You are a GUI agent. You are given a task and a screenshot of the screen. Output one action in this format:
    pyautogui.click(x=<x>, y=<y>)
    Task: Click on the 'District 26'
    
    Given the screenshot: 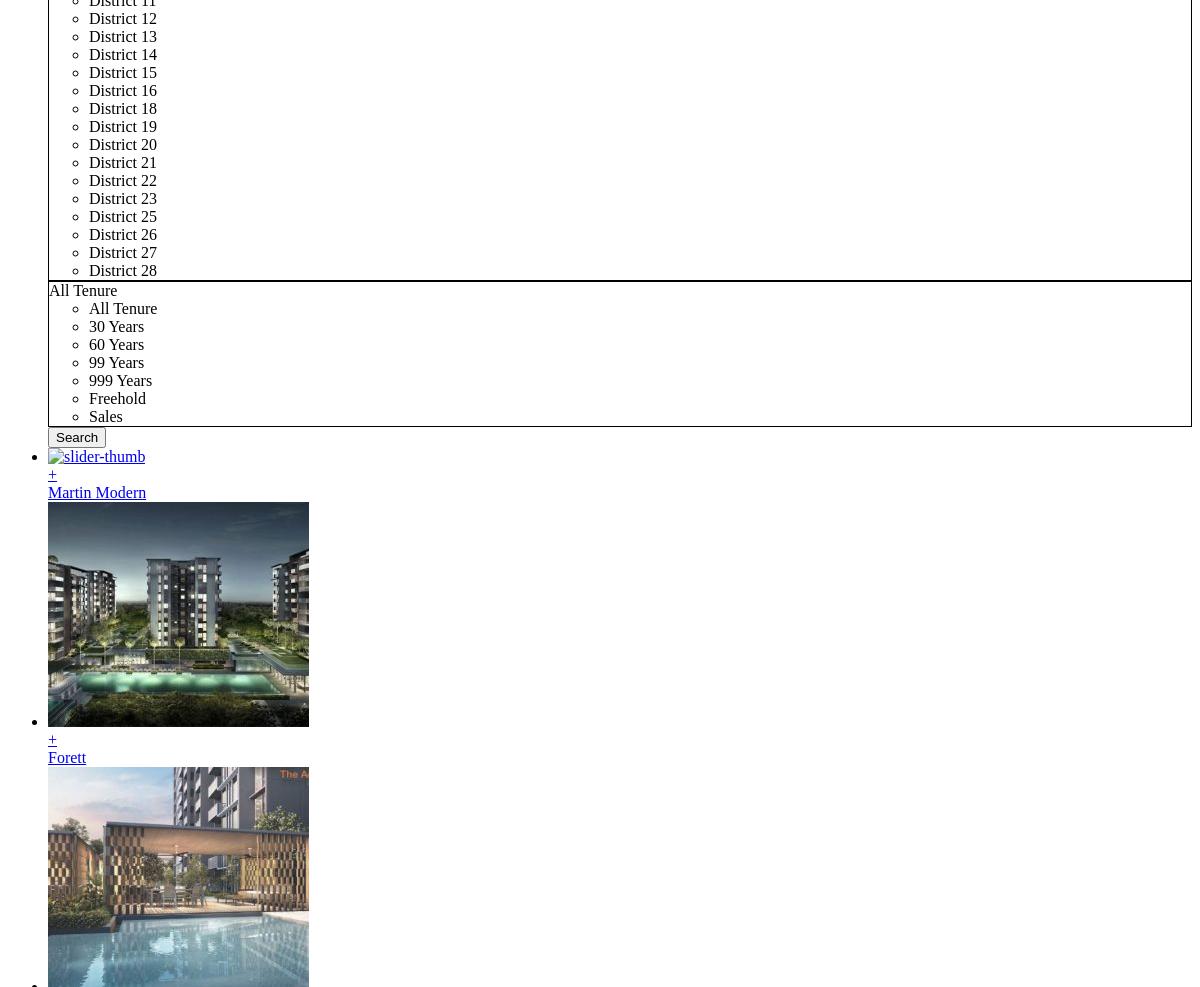 What is the action you would take?
    pyautogui.click(x=122, y=234)
    